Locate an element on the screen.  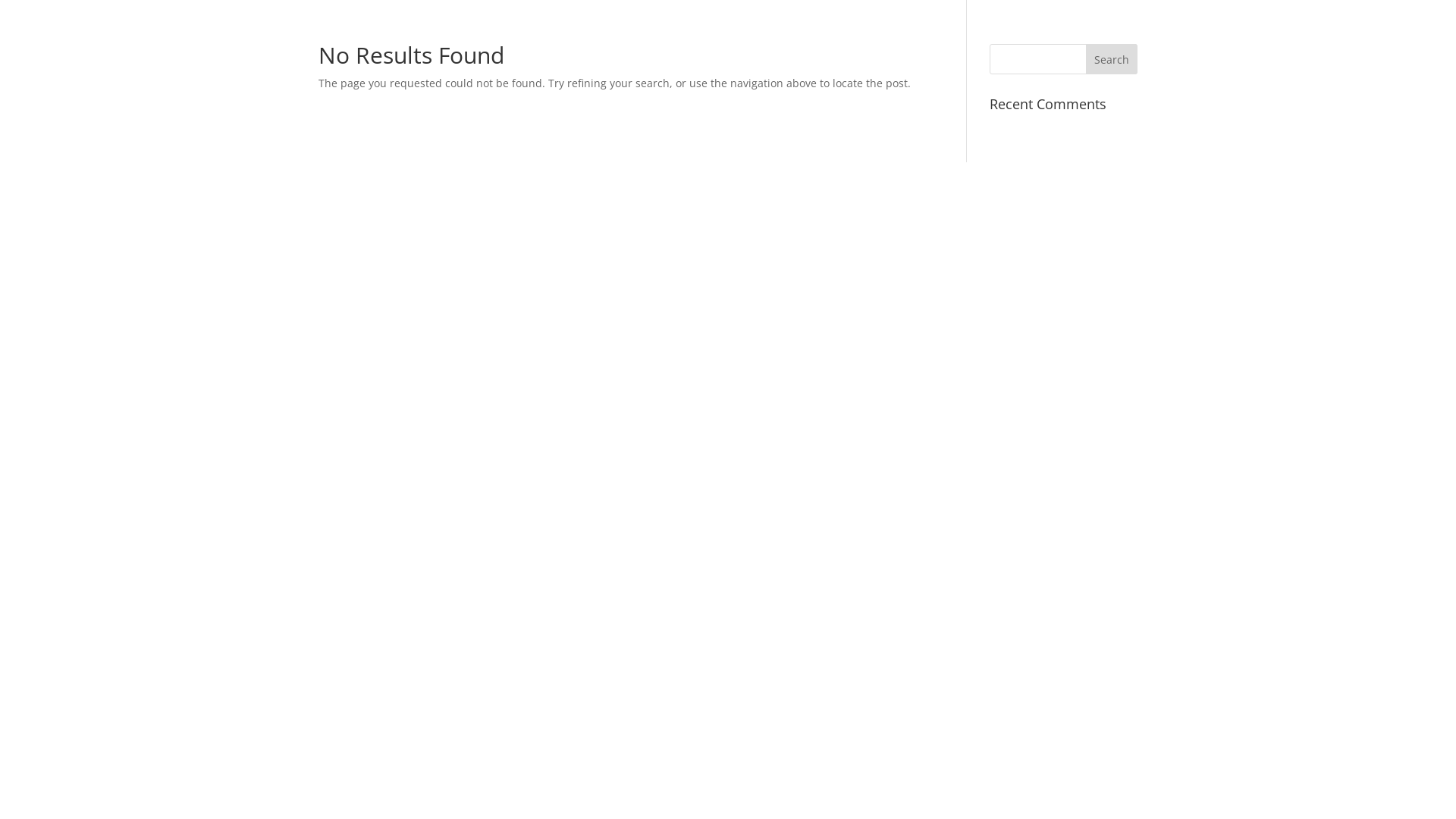
'Search' is located at coordinates (1084, 58).